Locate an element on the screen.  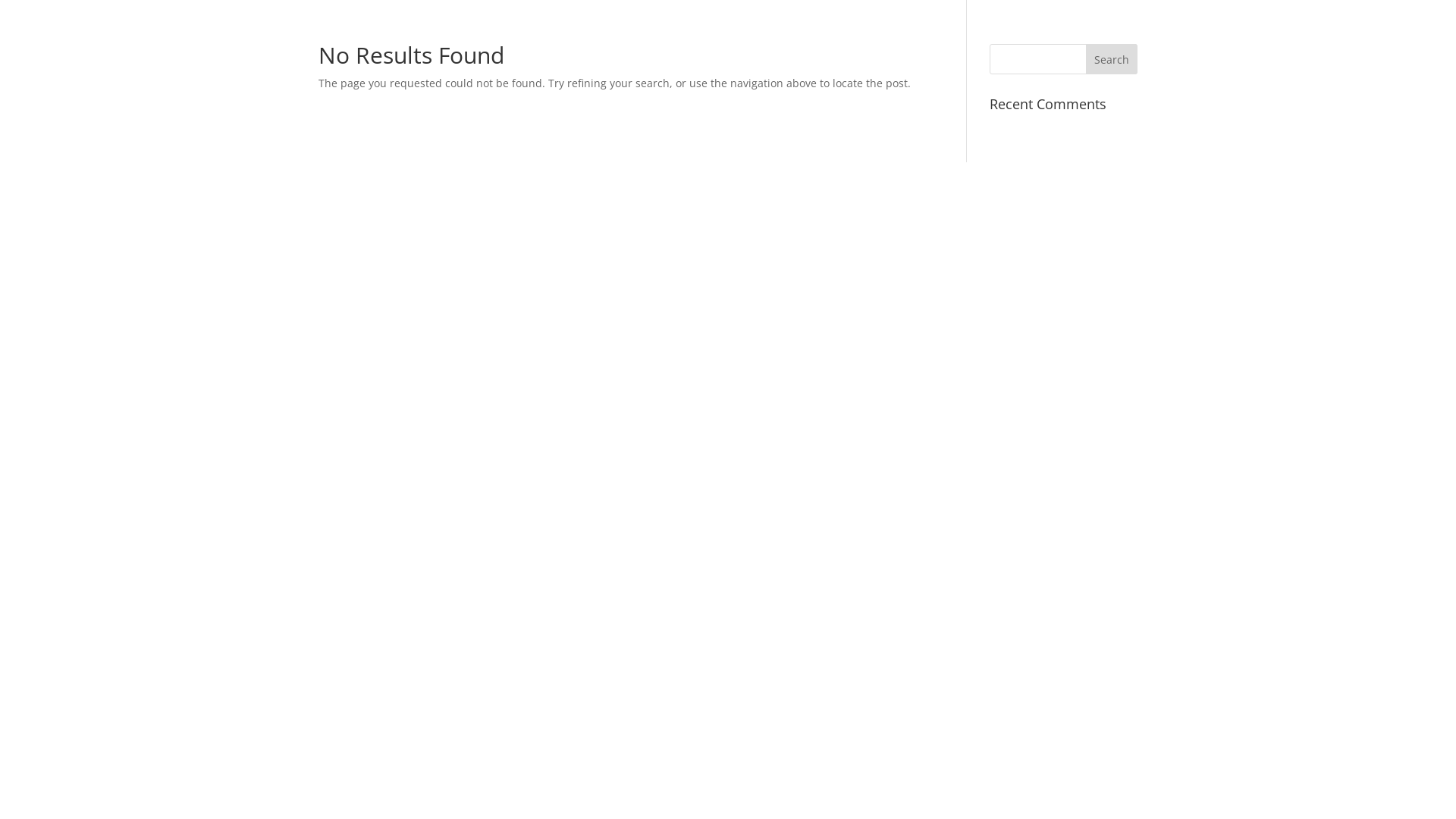
'Search' is located at coordinates (1084, 58).